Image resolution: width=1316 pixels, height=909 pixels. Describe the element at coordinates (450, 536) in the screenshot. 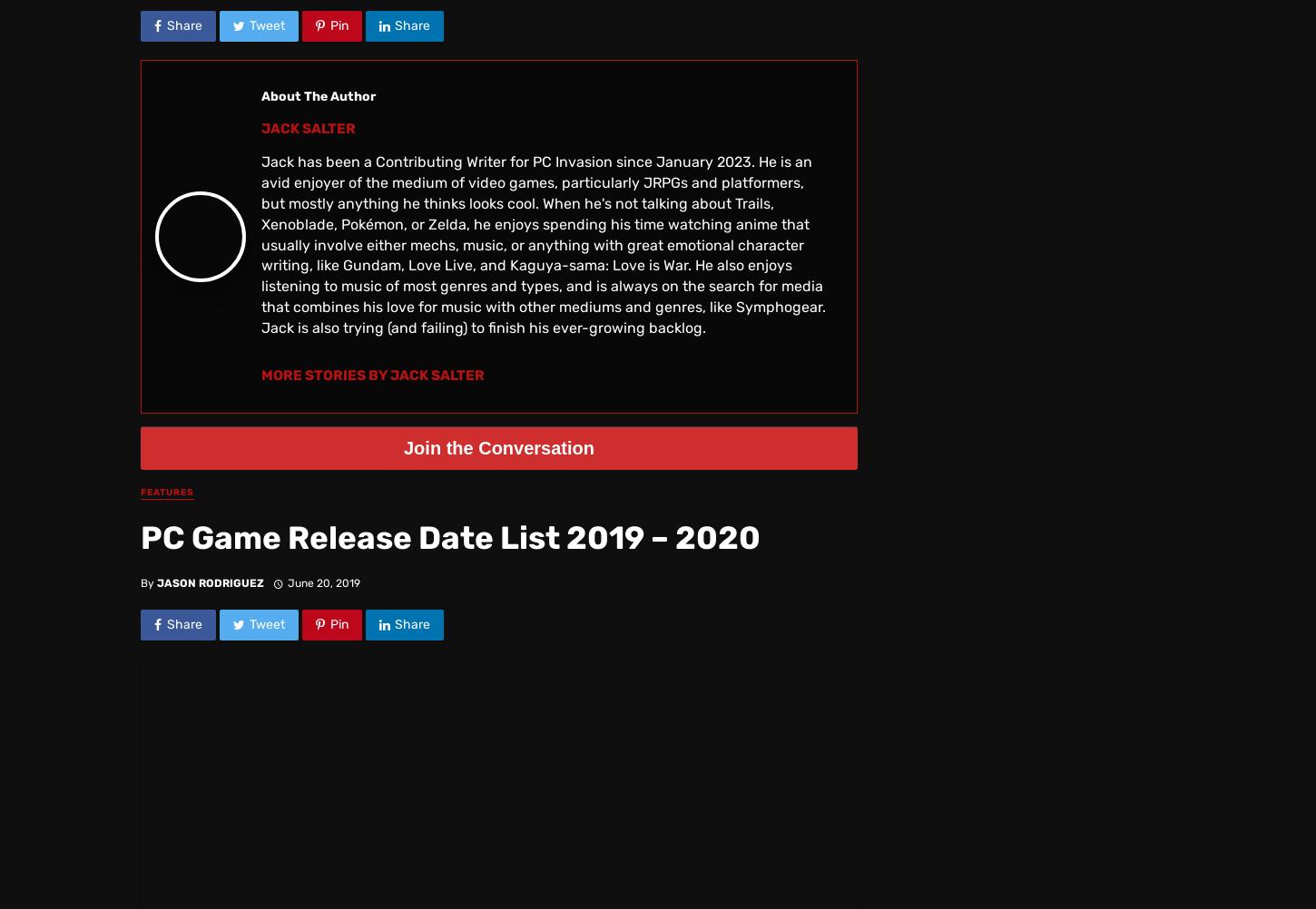

I see `'PC Game Release Date List 2019 – 2020'` at that location.